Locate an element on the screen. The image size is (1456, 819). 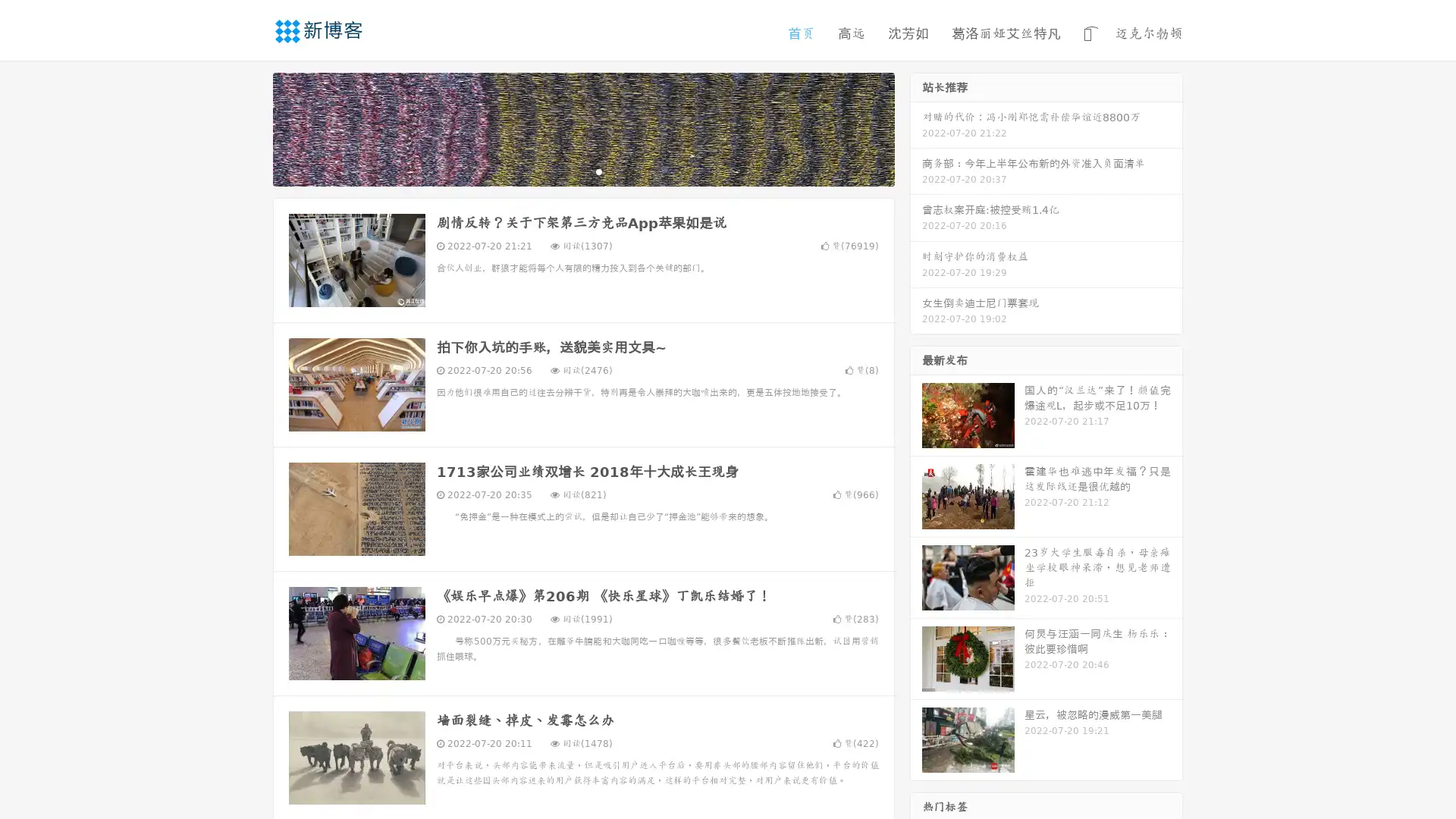
Go to slide 2 is located at coordinates (582, 171).